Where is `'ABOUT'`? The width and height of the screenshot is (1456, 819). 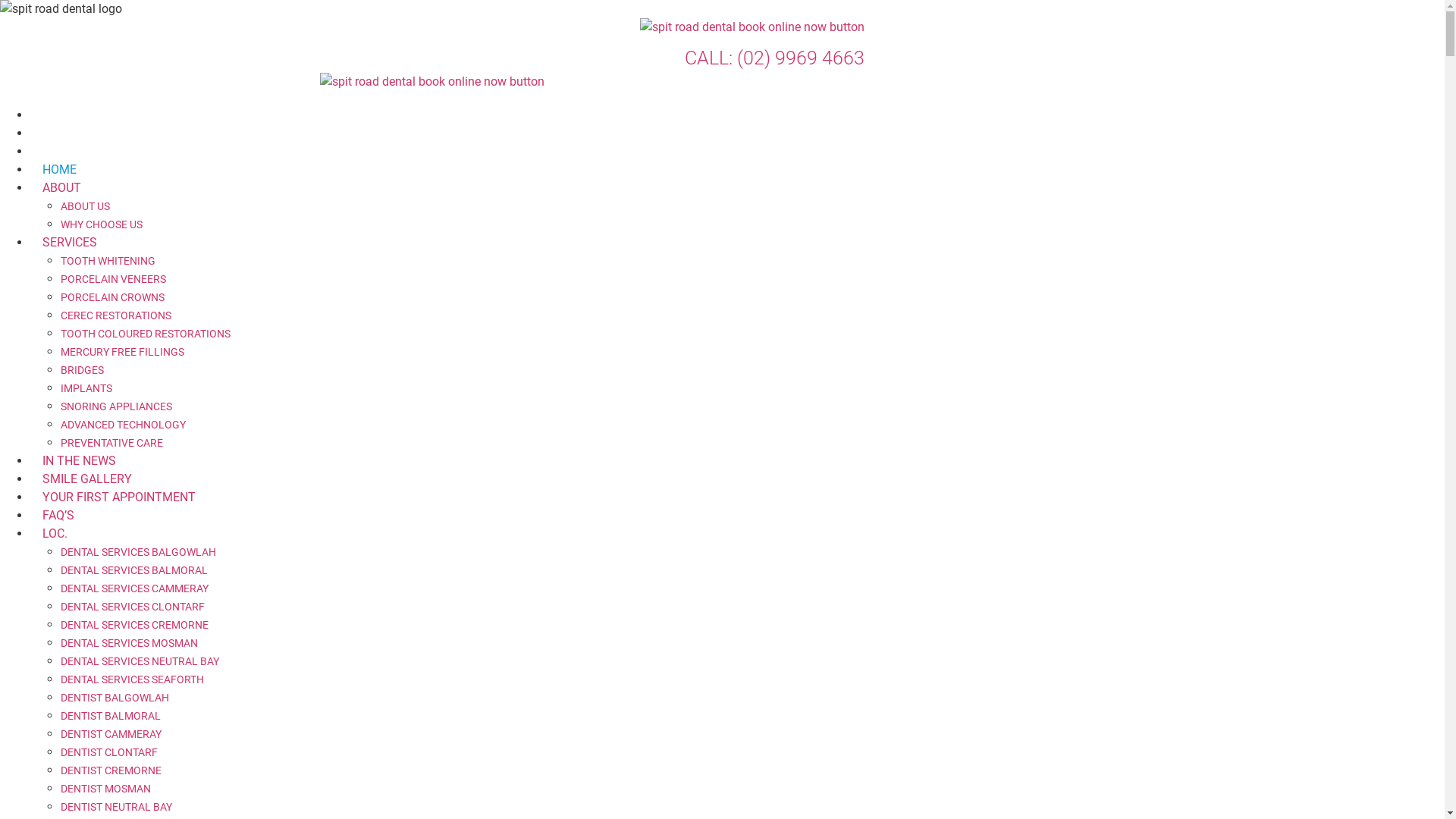
'ABOUT' is located at coordinates (61, 187).